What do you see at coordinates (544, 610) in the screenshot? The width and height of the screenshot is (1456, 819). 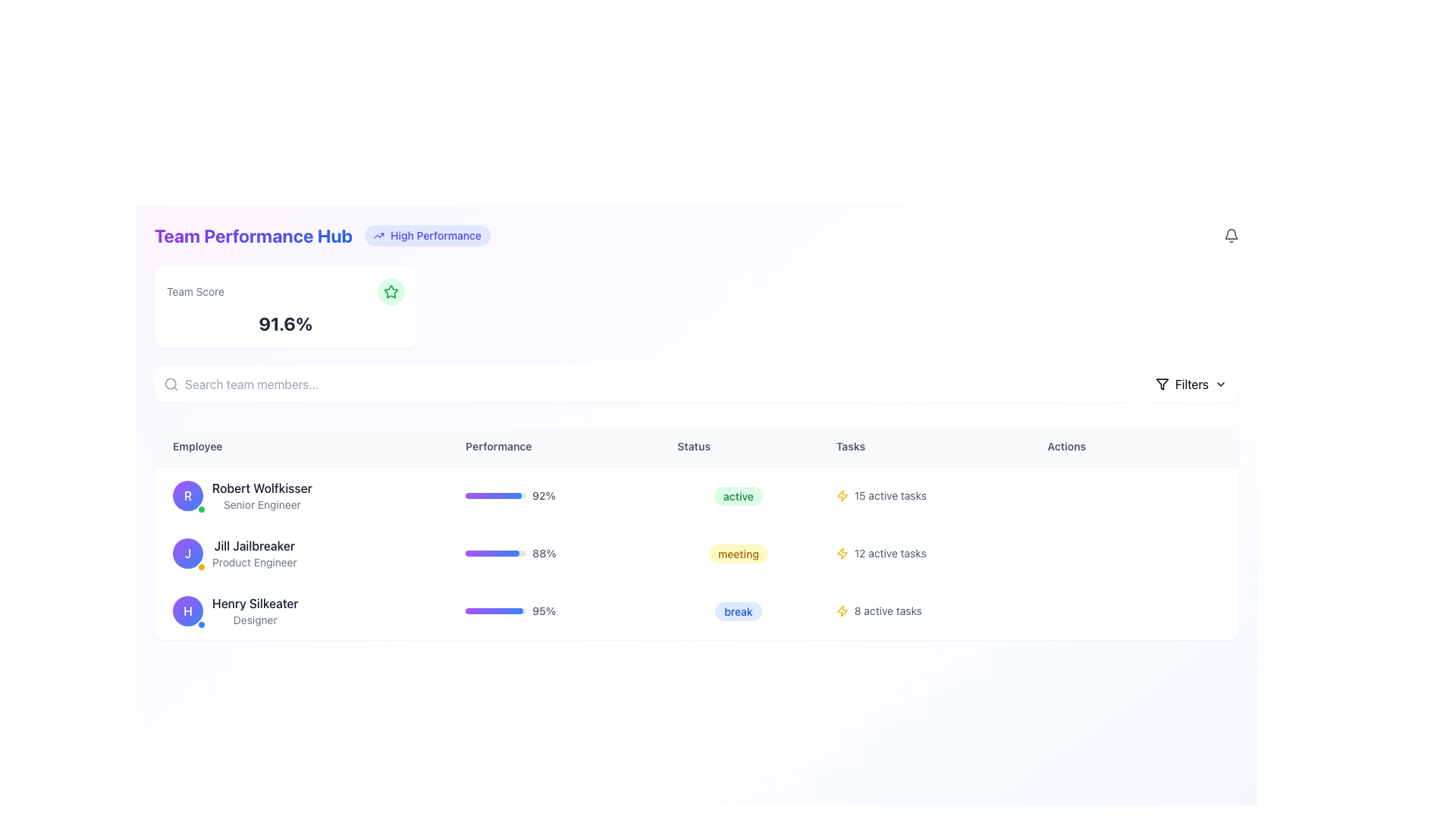 I see `the text label displaying '95%' which is located to the right of the progress bar in the 'Performance' column of the third row in the table` at bounding box center [544, 610].